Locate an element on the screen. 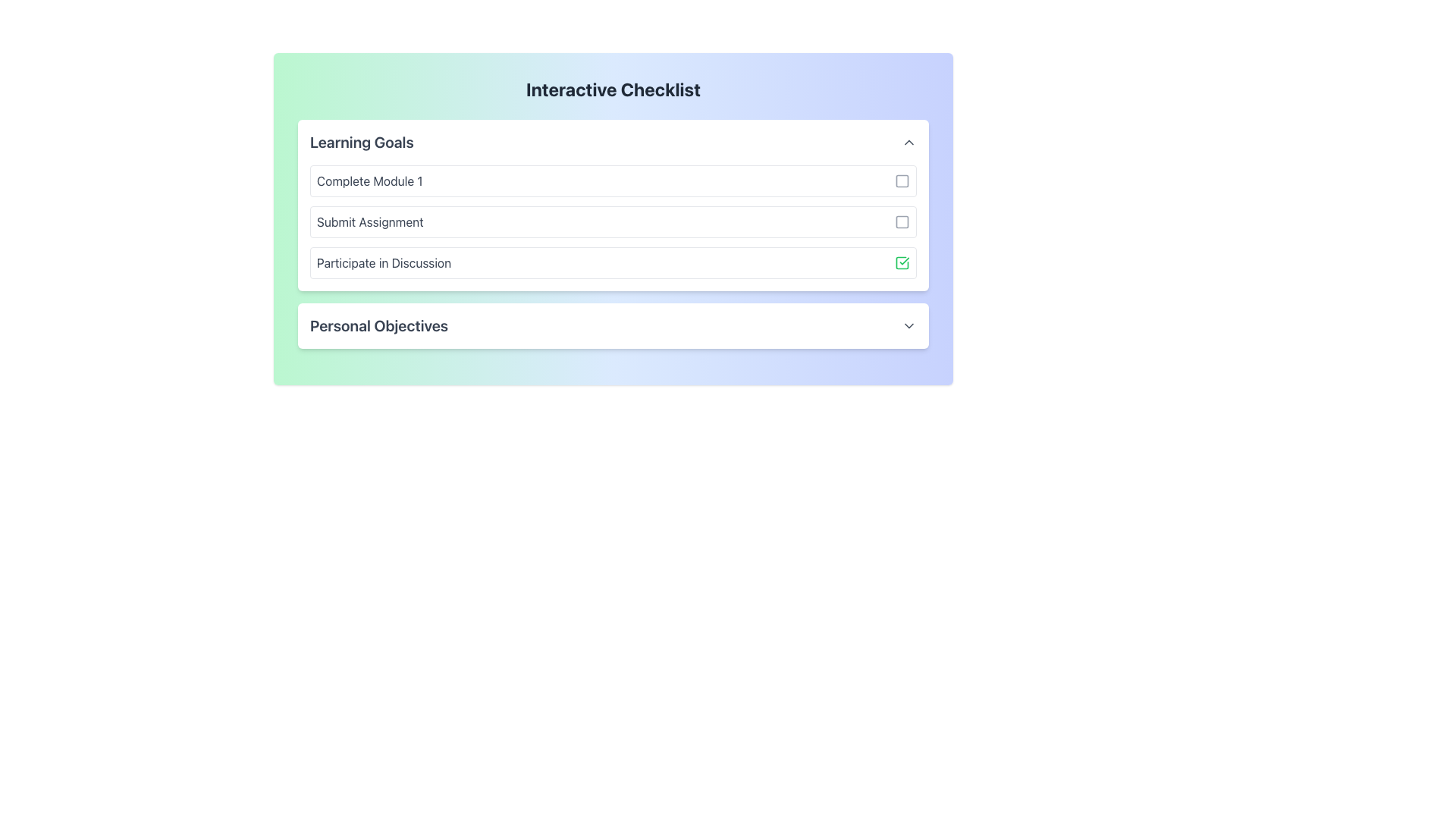  the interactive checkbox for 'Participate in Discussion' is located at coordinates (902, 262).